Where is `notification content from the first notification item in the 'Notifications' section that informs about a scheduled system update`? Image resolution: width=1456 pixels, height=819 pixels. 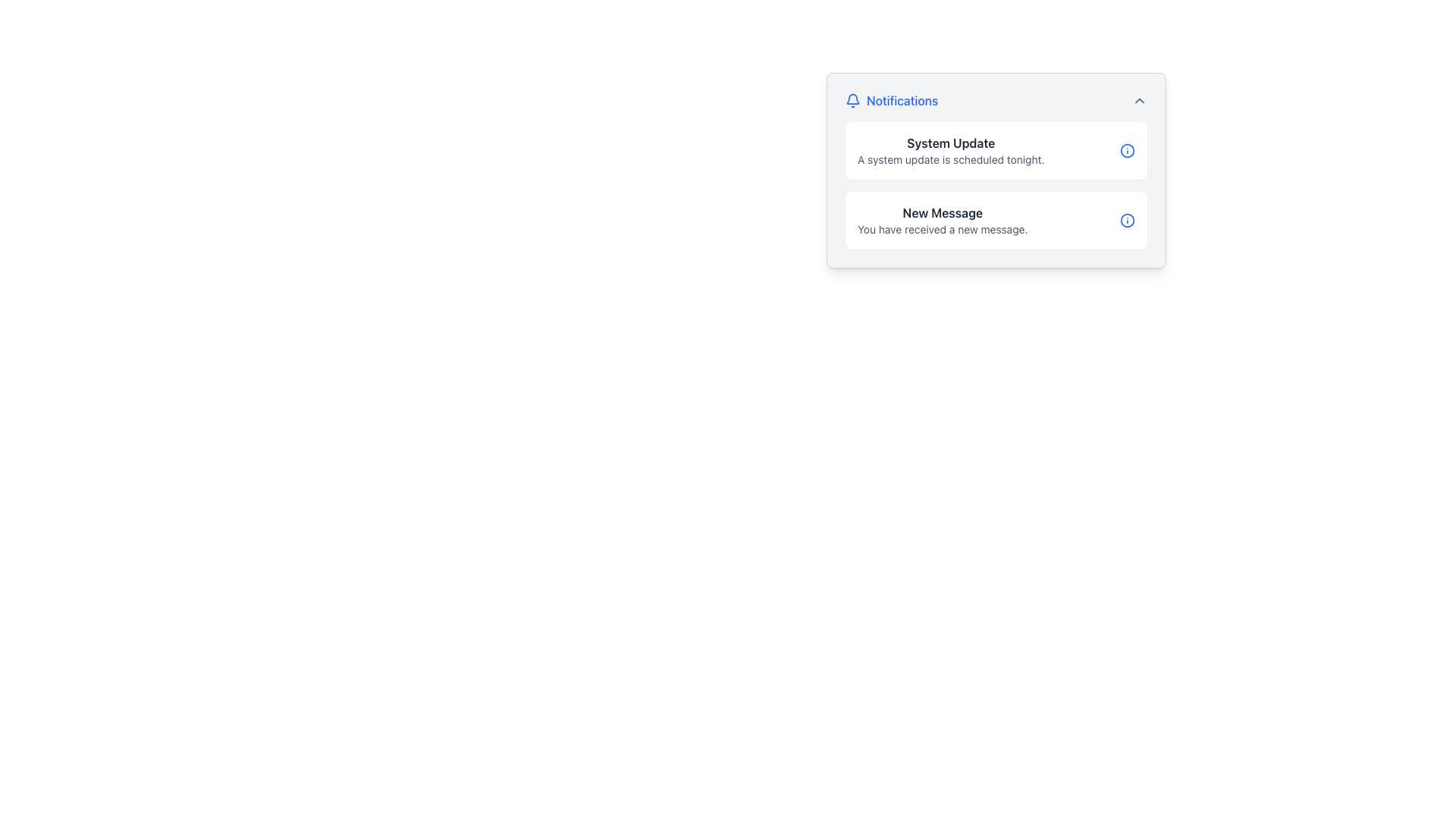
notification content from the first notification item in the 'Notifications' section that informs about a scheduled system update is located at coordinates (950, 151).